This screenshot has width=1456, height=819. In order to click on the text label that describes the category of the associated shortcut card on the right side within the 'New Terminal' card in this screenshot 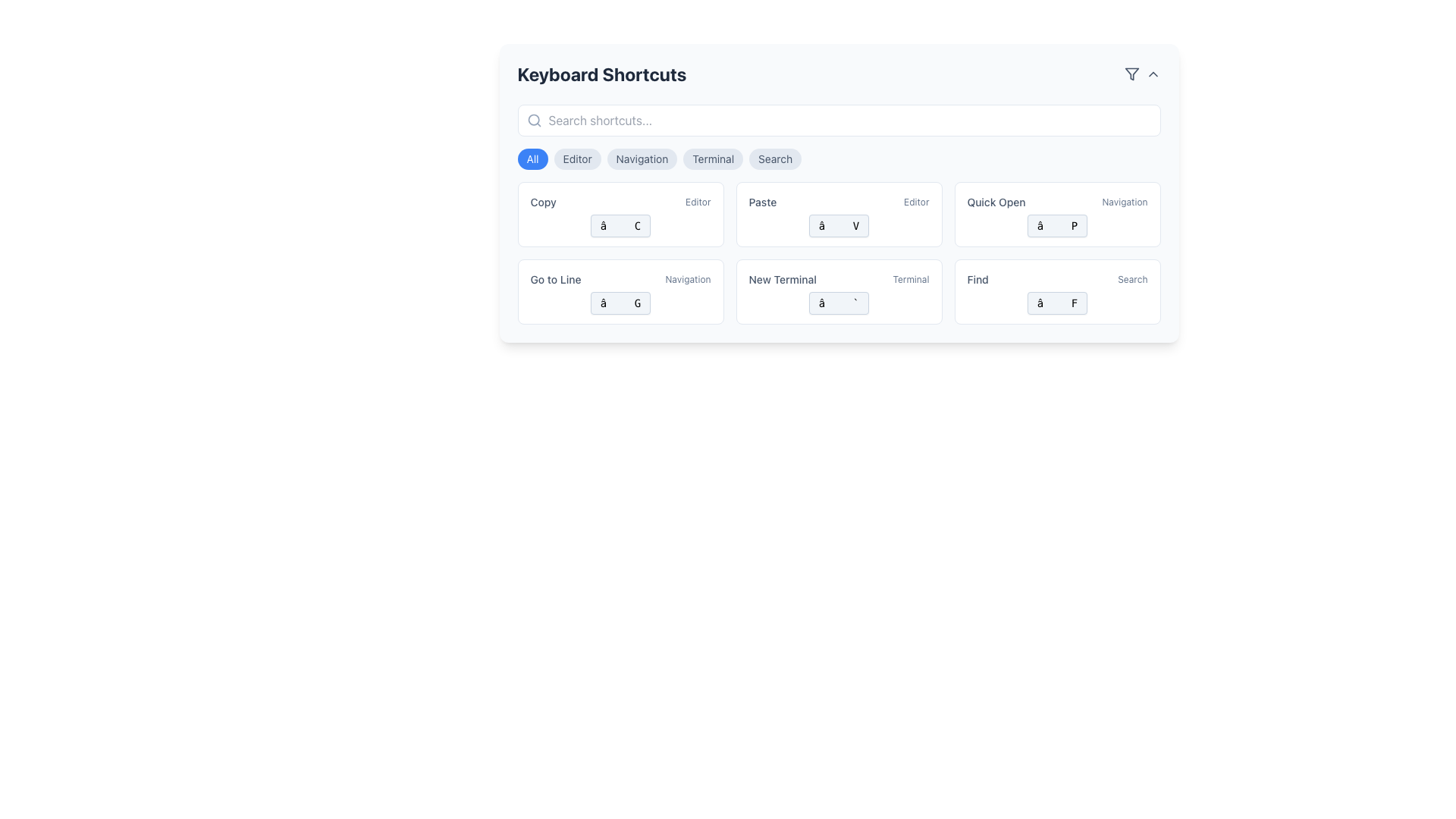, I will do `click(910, 280)`.